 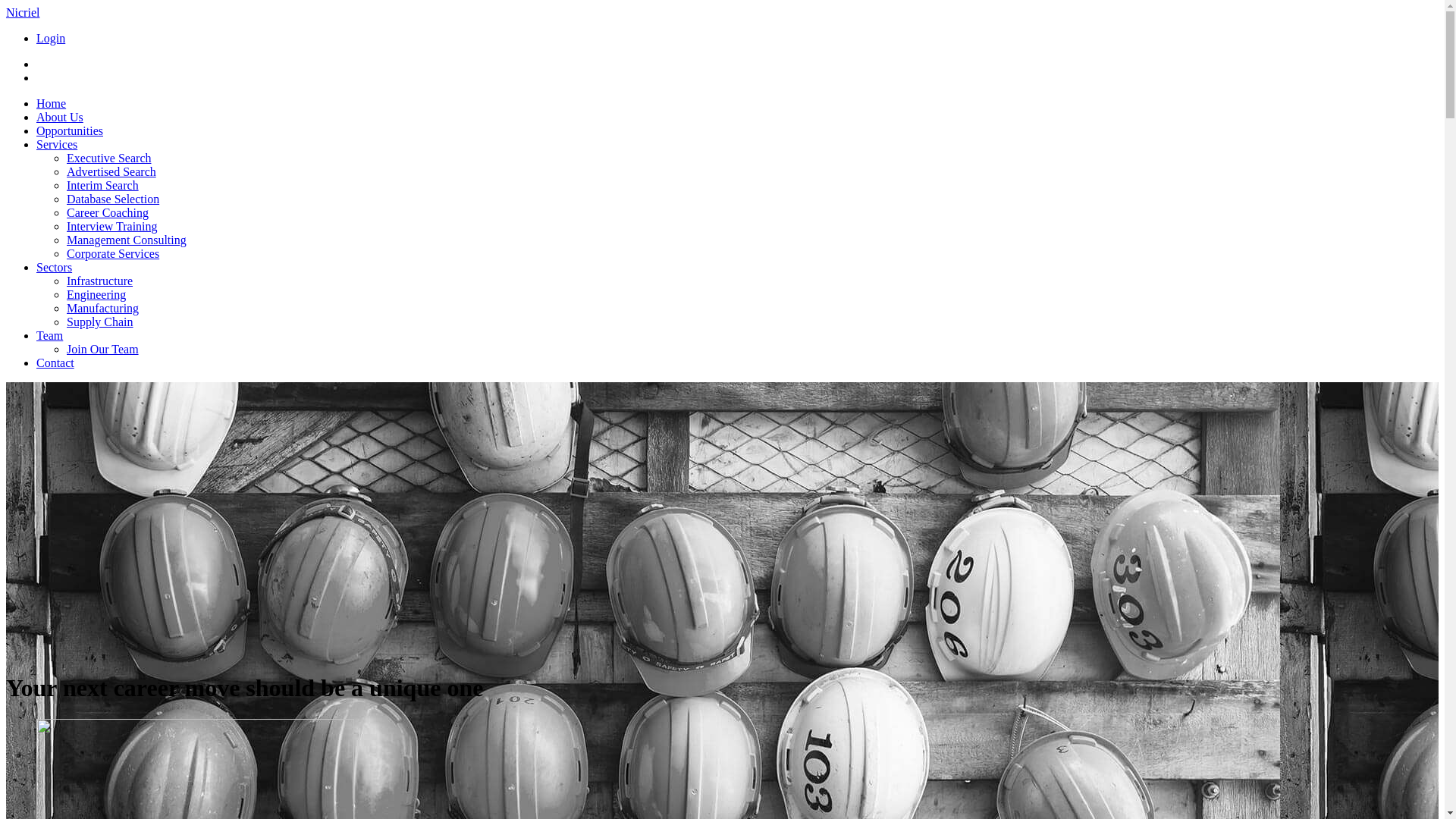 What do you see at coordinates (65, 212) in the screenshot?
I see `'Career Coaching'` at bounding box center [65, 212].